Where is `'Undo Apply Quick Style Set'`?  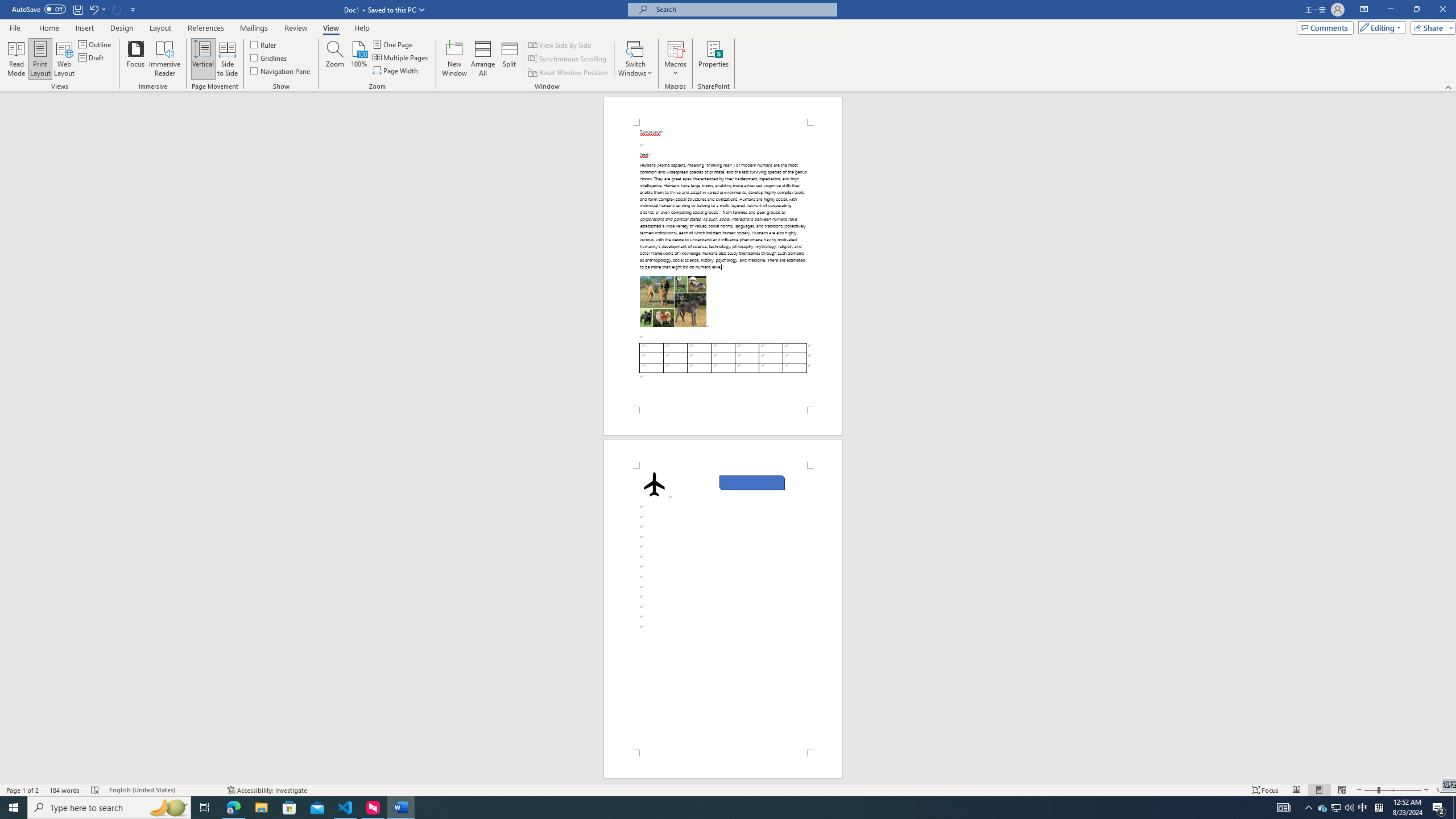
'Undo Apply Quick Style Set' is located at coordinates (93, 9).